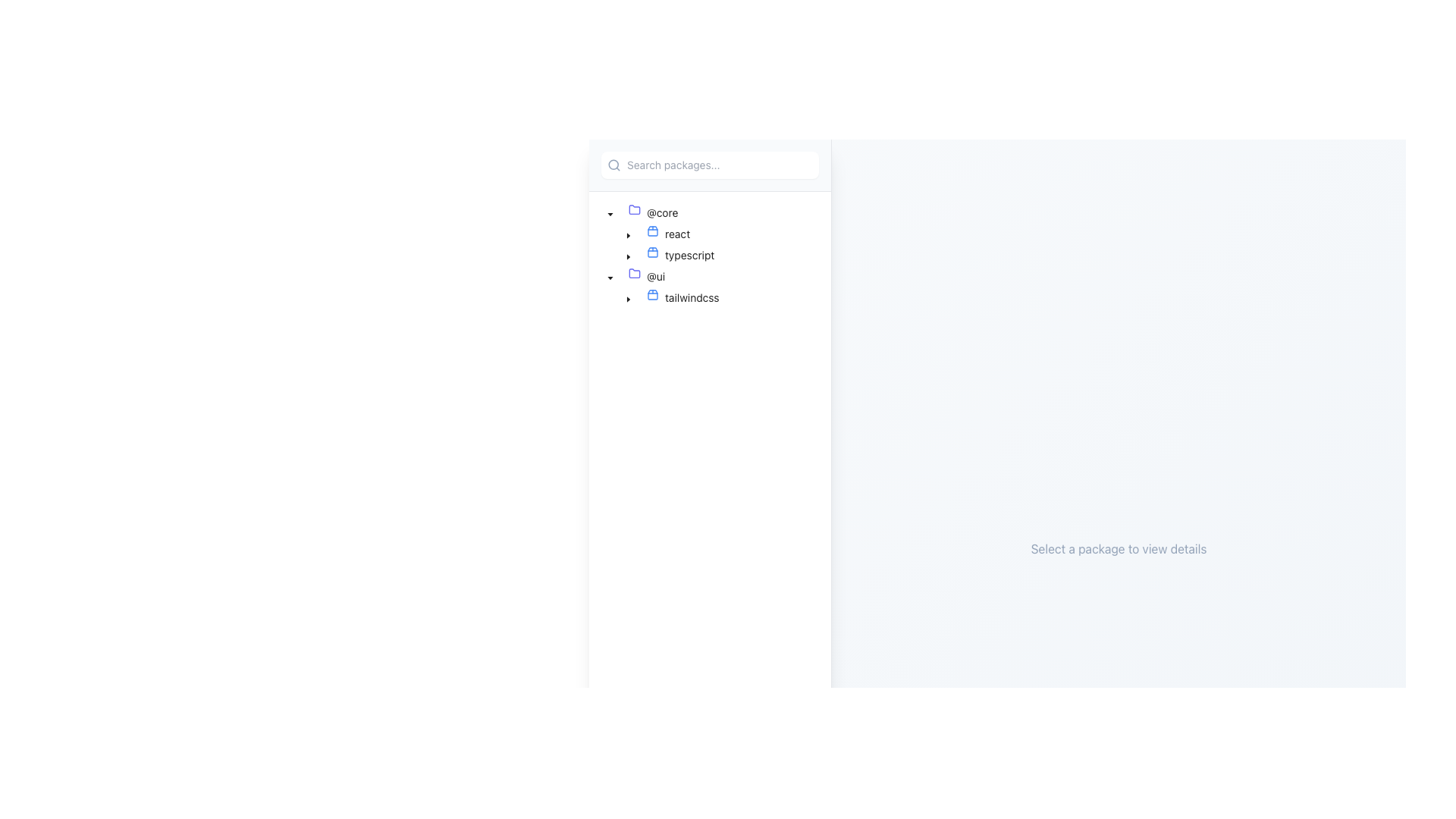  Describe the element at coordinates (629, 299) in the screenshot. I see `the caret-down icon located on the left side of the UI, near the '@core' node in the tree structure` at that location.